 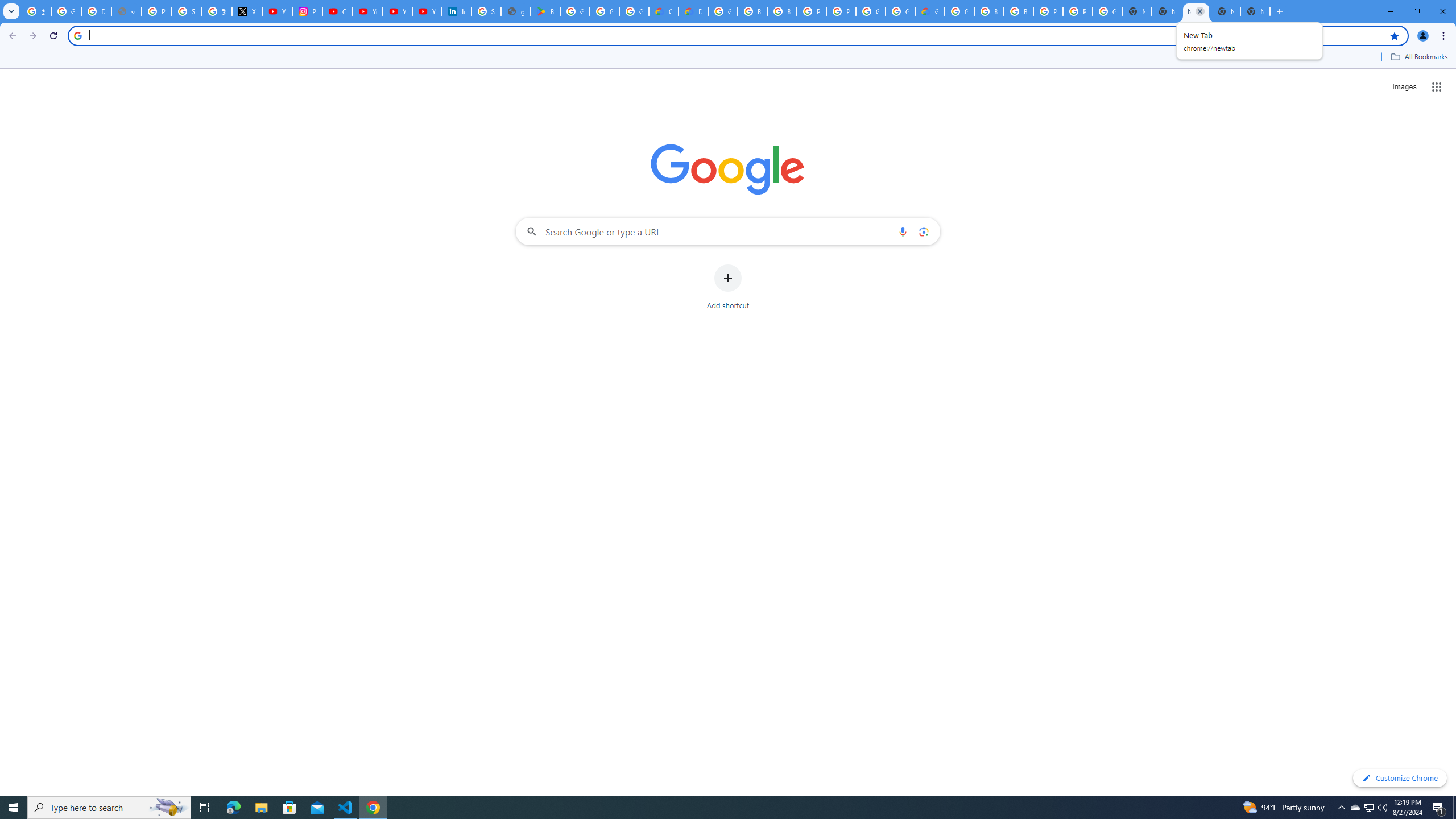 I want to click on 'Google Cloud Platform', so click(x=959, y=11).